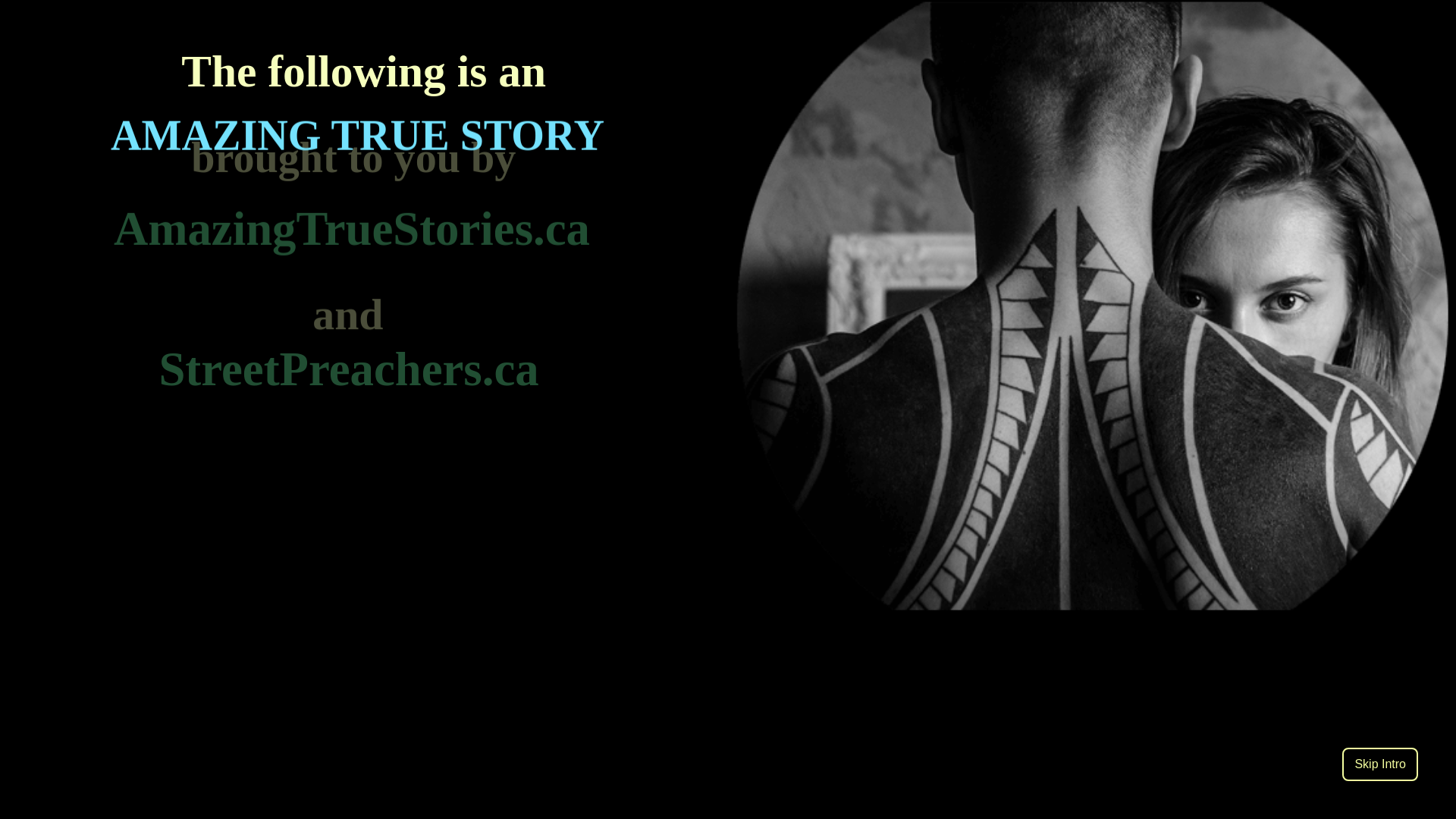 The image size is (1456, 819). What do you see at coordinates (1379, 764) in the screenshot?
I see `'Skip Intro'` at bounding box center [1379, 764].